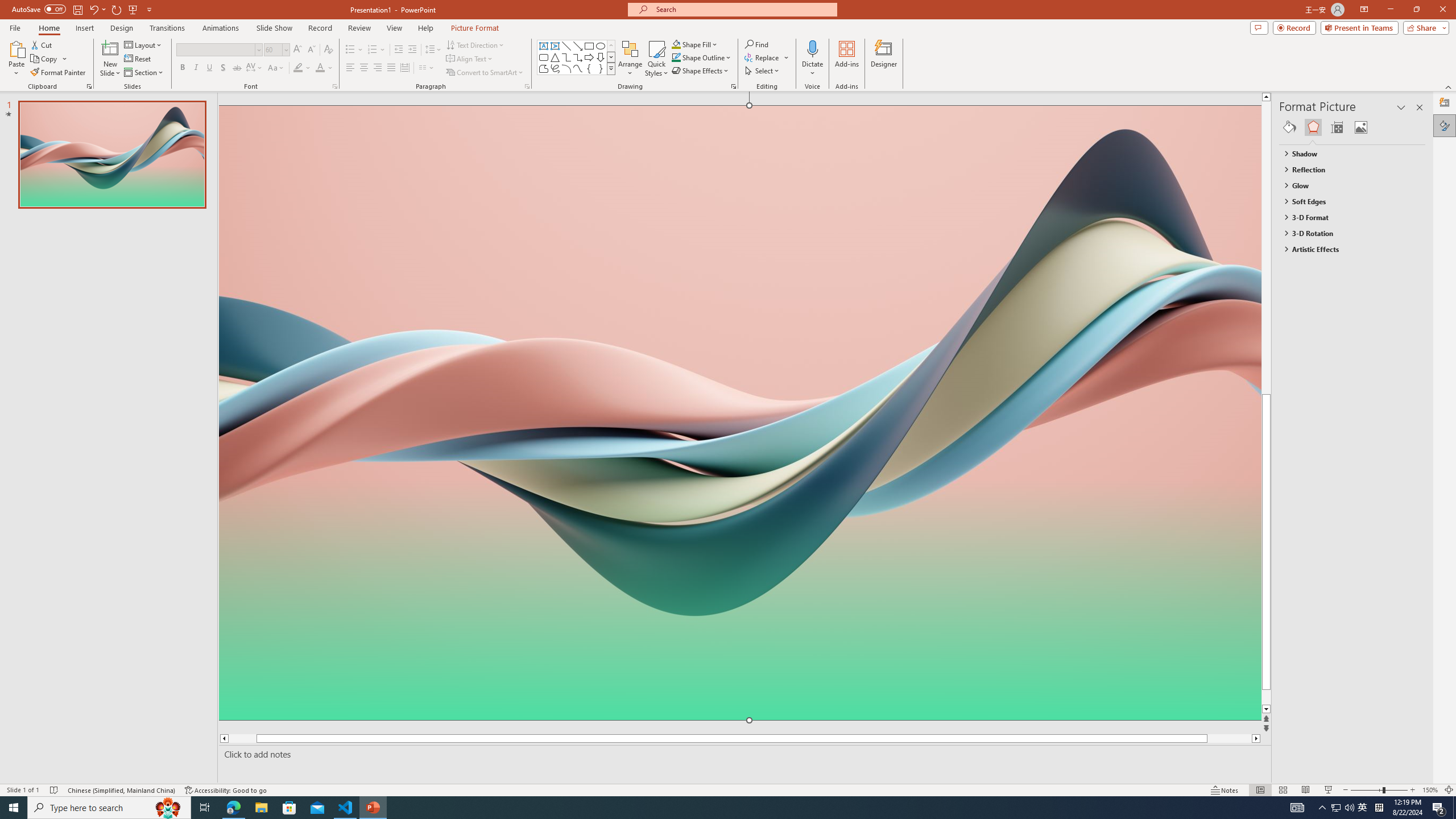 This screenshot has height=819, width=1456. What do you see at coordinates (1352, 126) in the screenshot?
I see `'Class: NetUIGalleryContainer'` at bounding box center [1352, 126].